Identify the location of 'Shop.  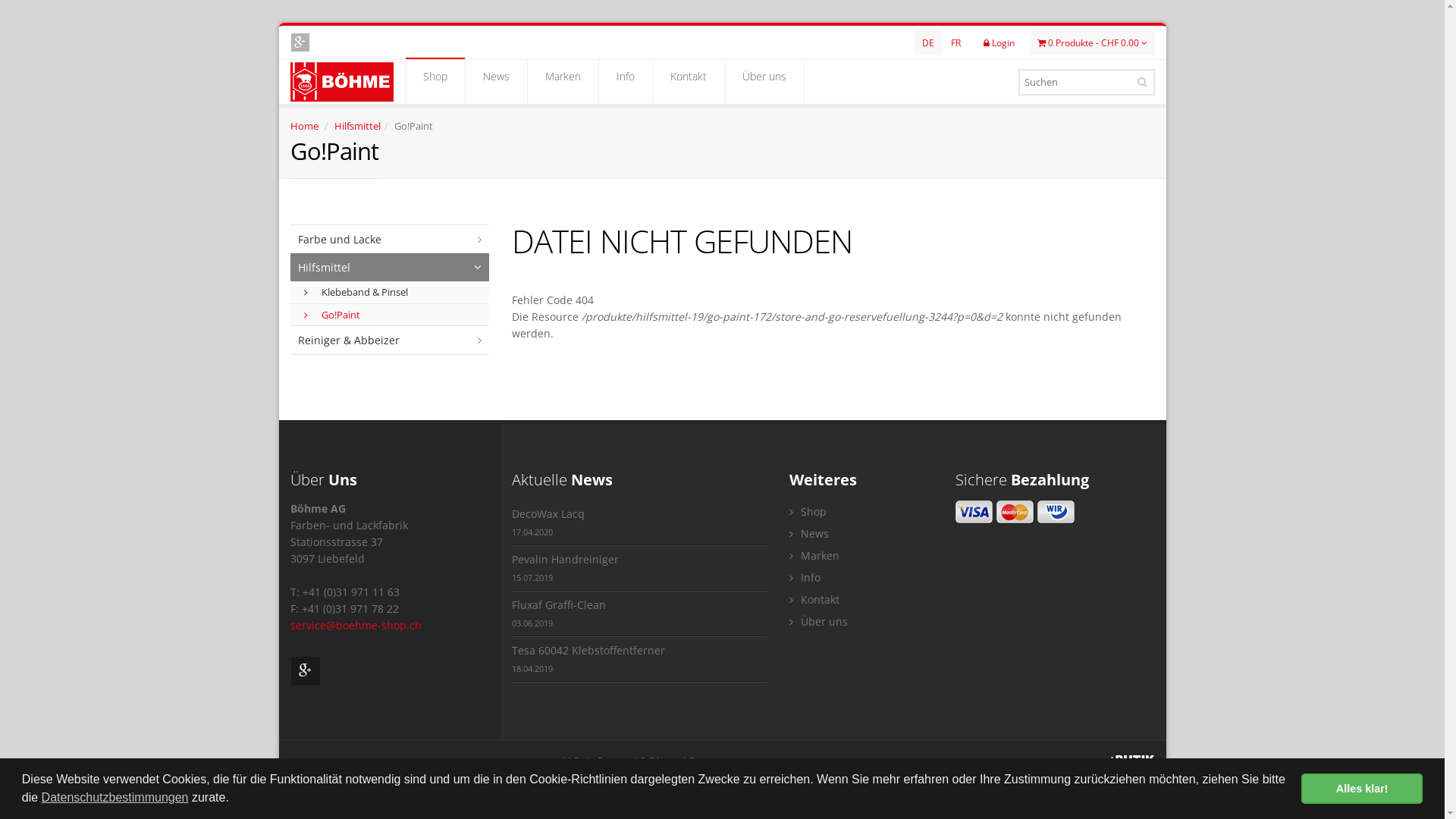
(433, 82).